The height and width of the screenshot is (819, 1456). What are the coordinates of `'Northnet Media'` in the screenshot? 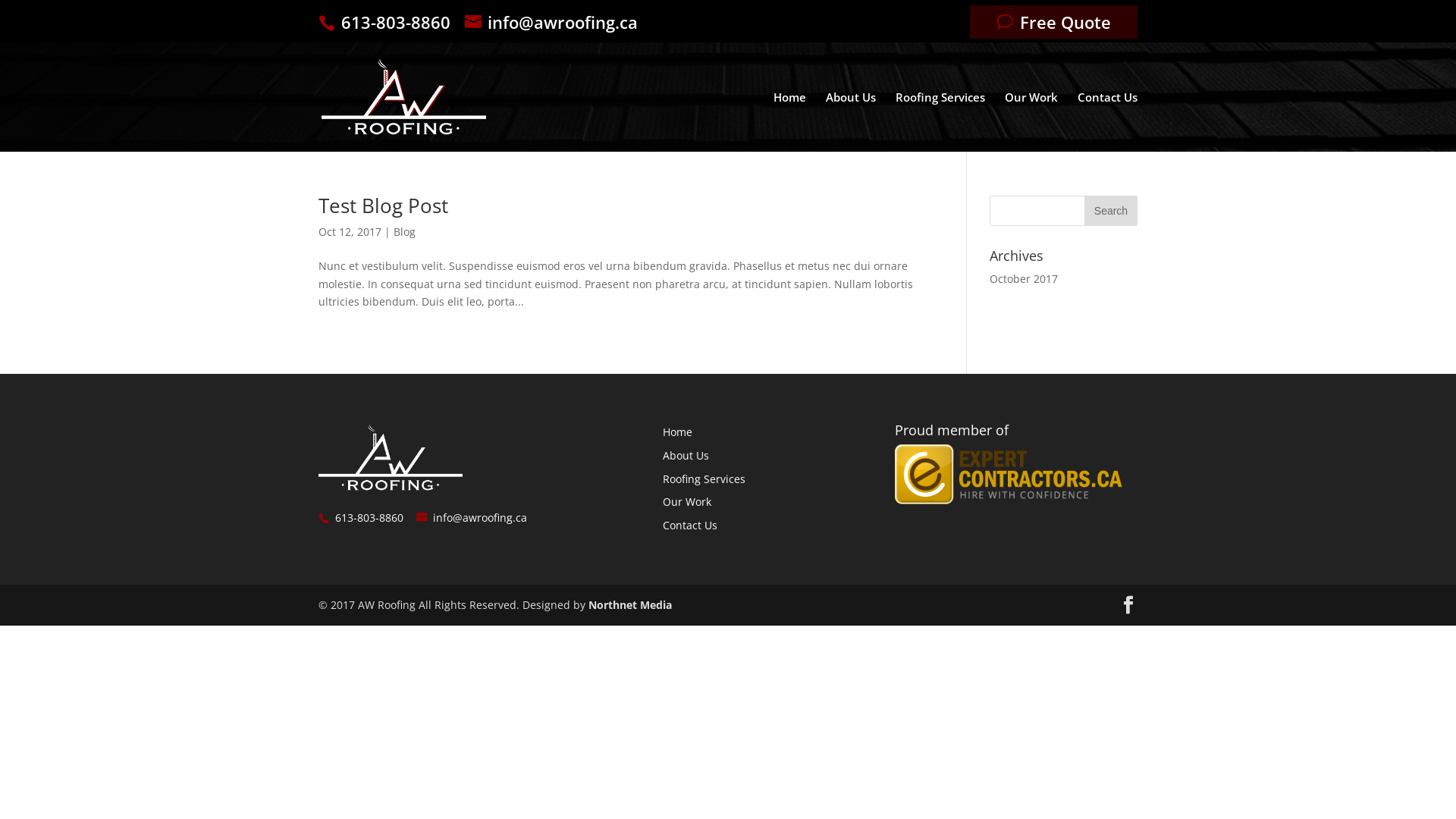 It's located at (629, 604).